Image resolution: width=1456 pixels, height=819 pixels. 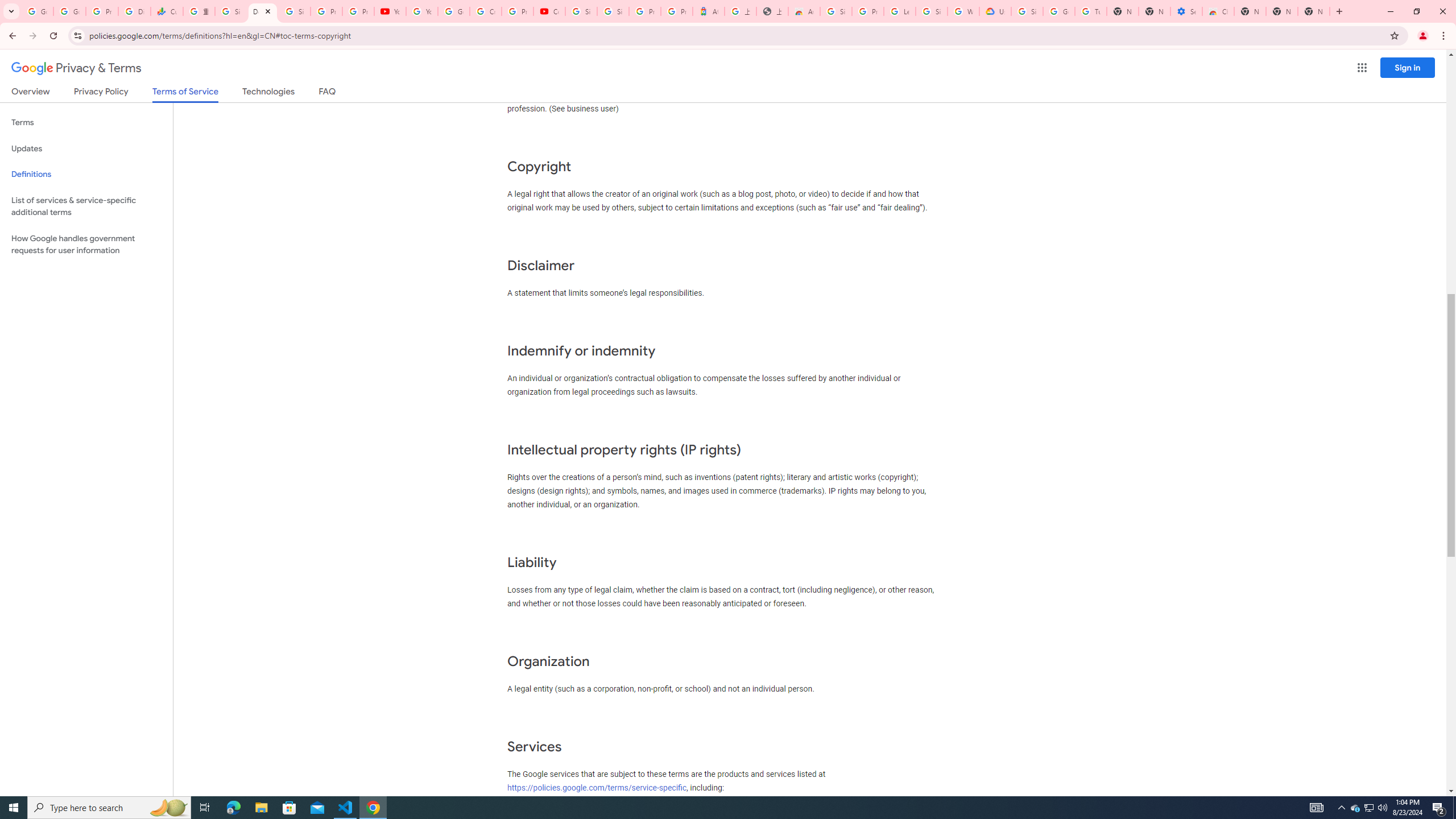 I want to click on 'Sign in - Google Accounts', so click(x=230, y=11).